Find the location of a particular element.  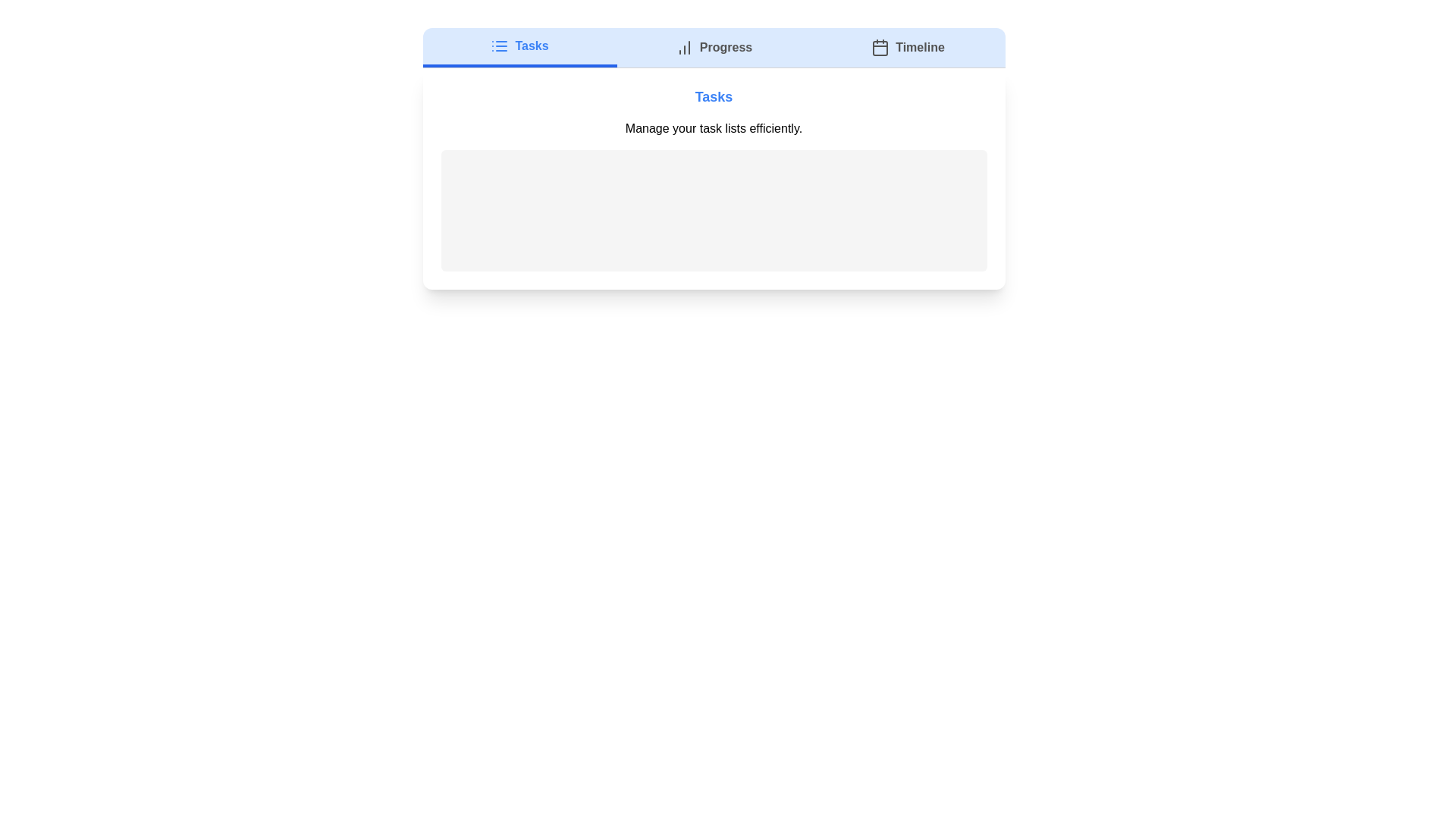

the 'Tasks' tab icon located in the tabbed navigation bar at the top of the interface, positioned to the left of the text 'Tasks' is located at coordinates (500, 45).